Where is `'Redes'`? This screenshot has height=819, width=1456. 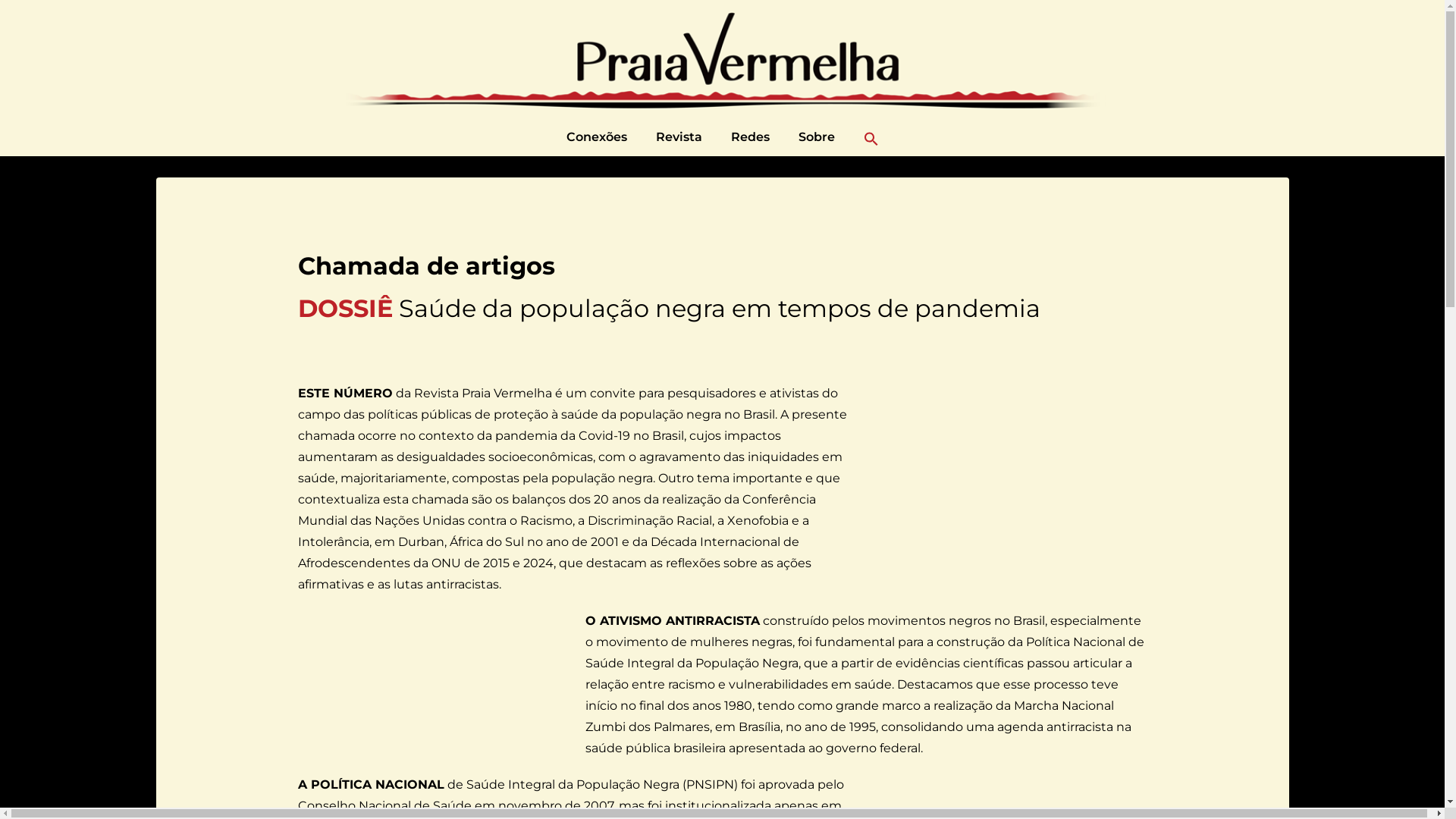 'Redes' is located at coordinates (750, 137).